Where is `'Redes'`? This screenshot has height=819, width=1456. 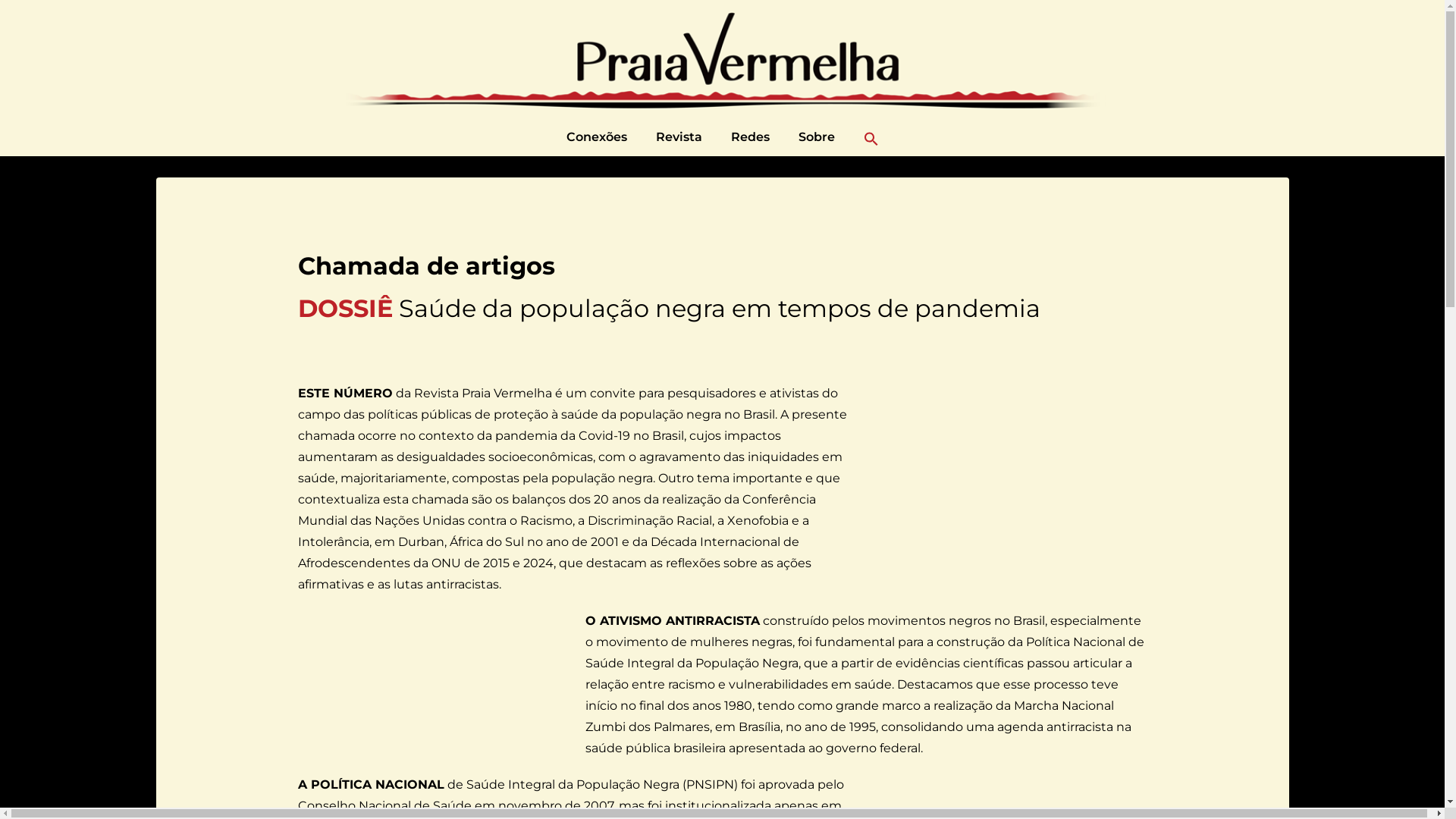 'Redes' is located at coordinates (750, 137).